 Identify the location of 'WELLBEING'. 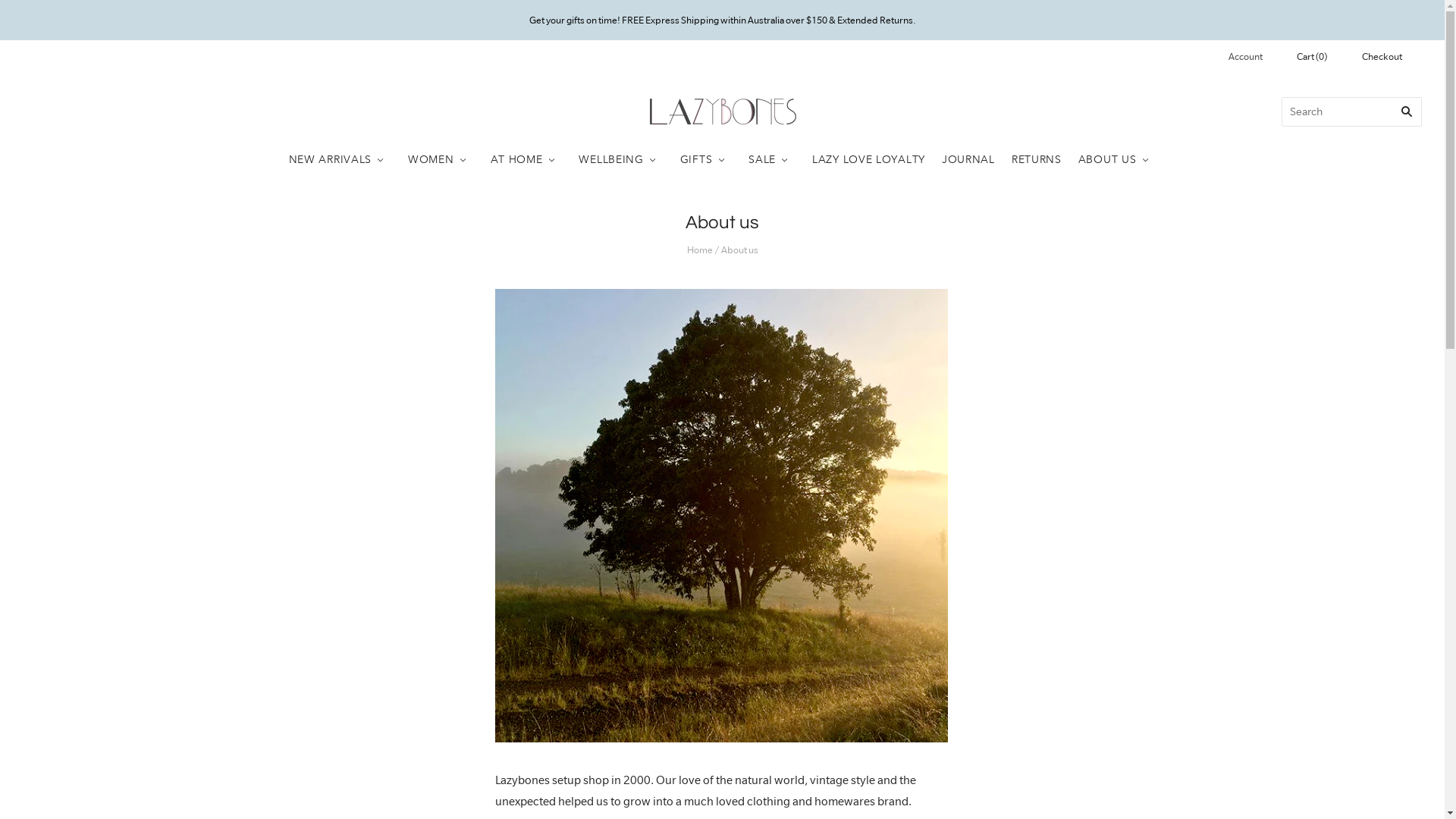
(620, 159).